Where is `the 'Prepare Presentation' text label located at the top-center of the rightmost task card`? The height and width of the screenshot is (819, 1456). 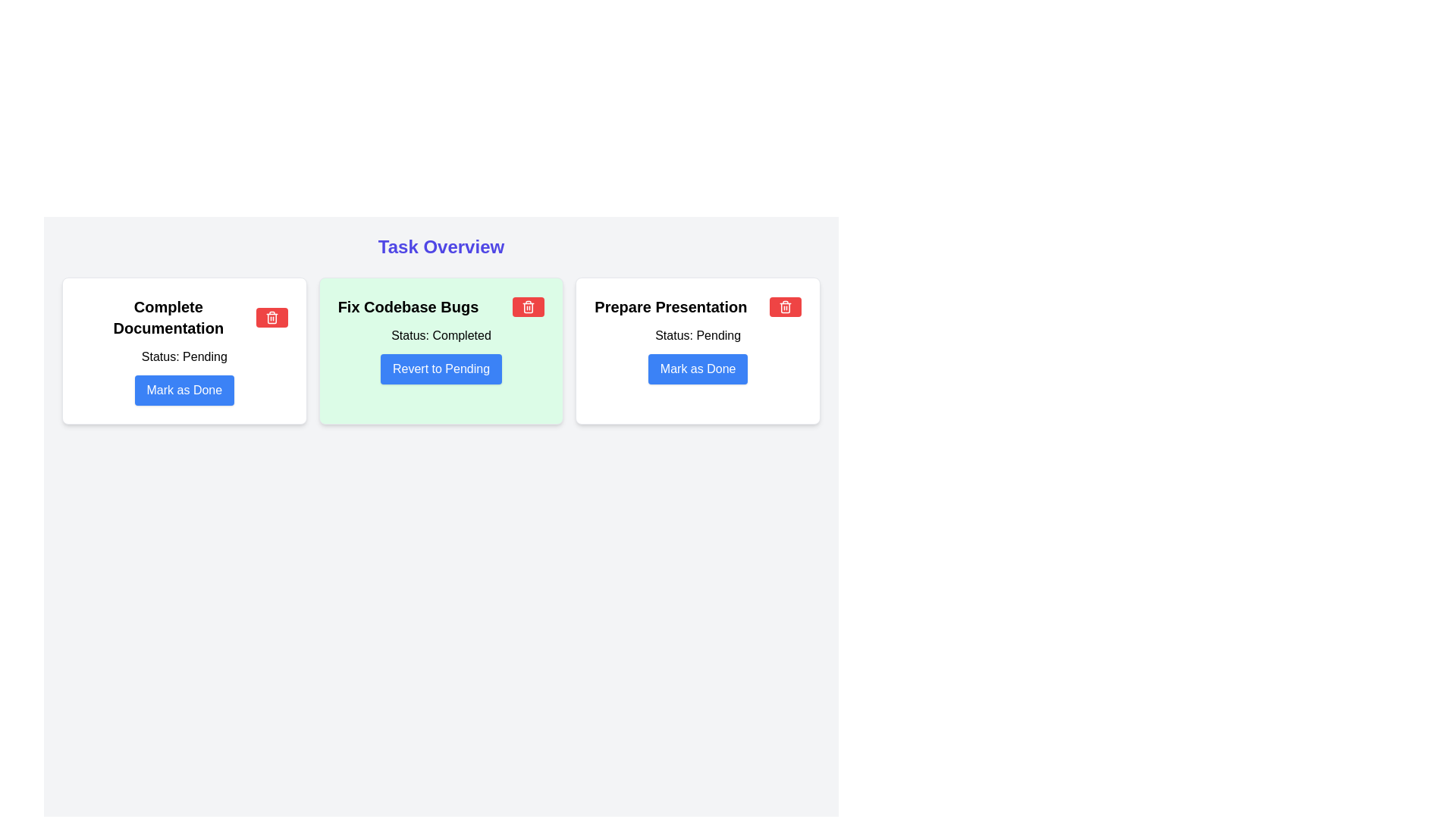
the 'Prepare Presentation' text label located at the top-center of the rightmost task card is located at coordinates (670, 307).